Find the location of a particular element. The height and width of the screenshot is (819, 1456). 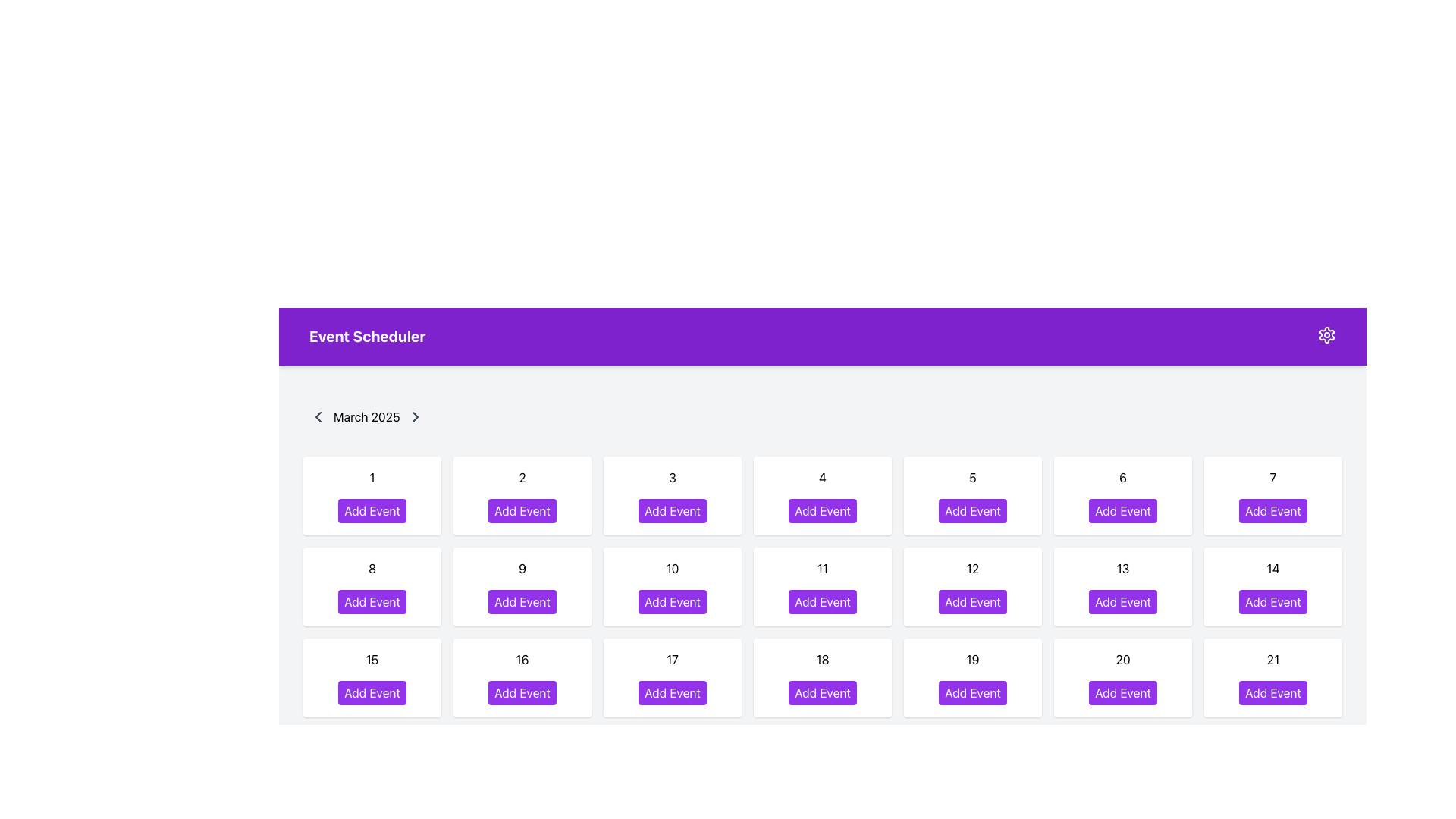

the 'Add Event' button on the first card in the grid layout to schedule an event is located at coordinates (372, 496).